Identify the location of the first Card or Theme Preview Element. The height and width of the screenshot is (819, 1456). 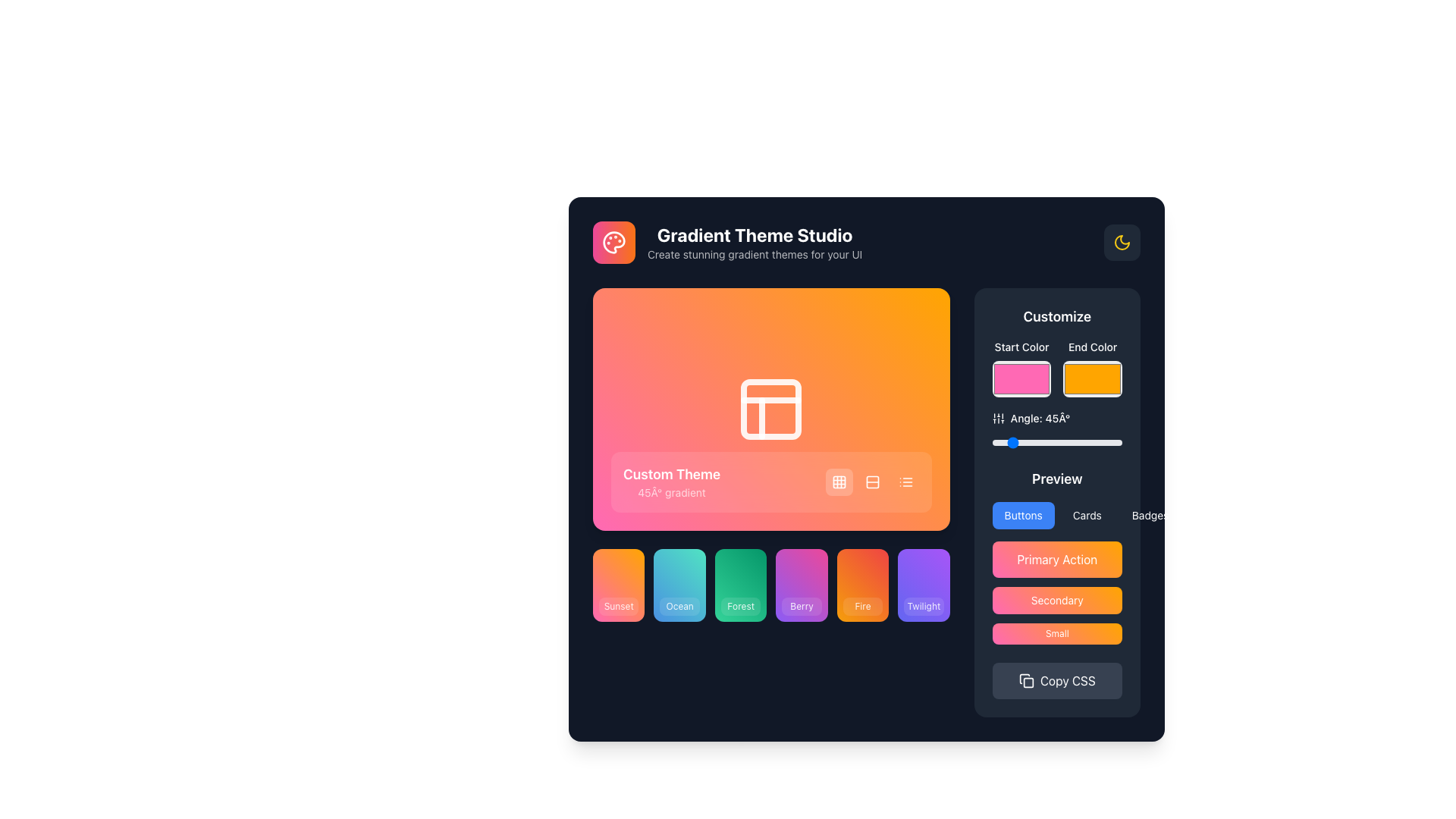
(771, 409).